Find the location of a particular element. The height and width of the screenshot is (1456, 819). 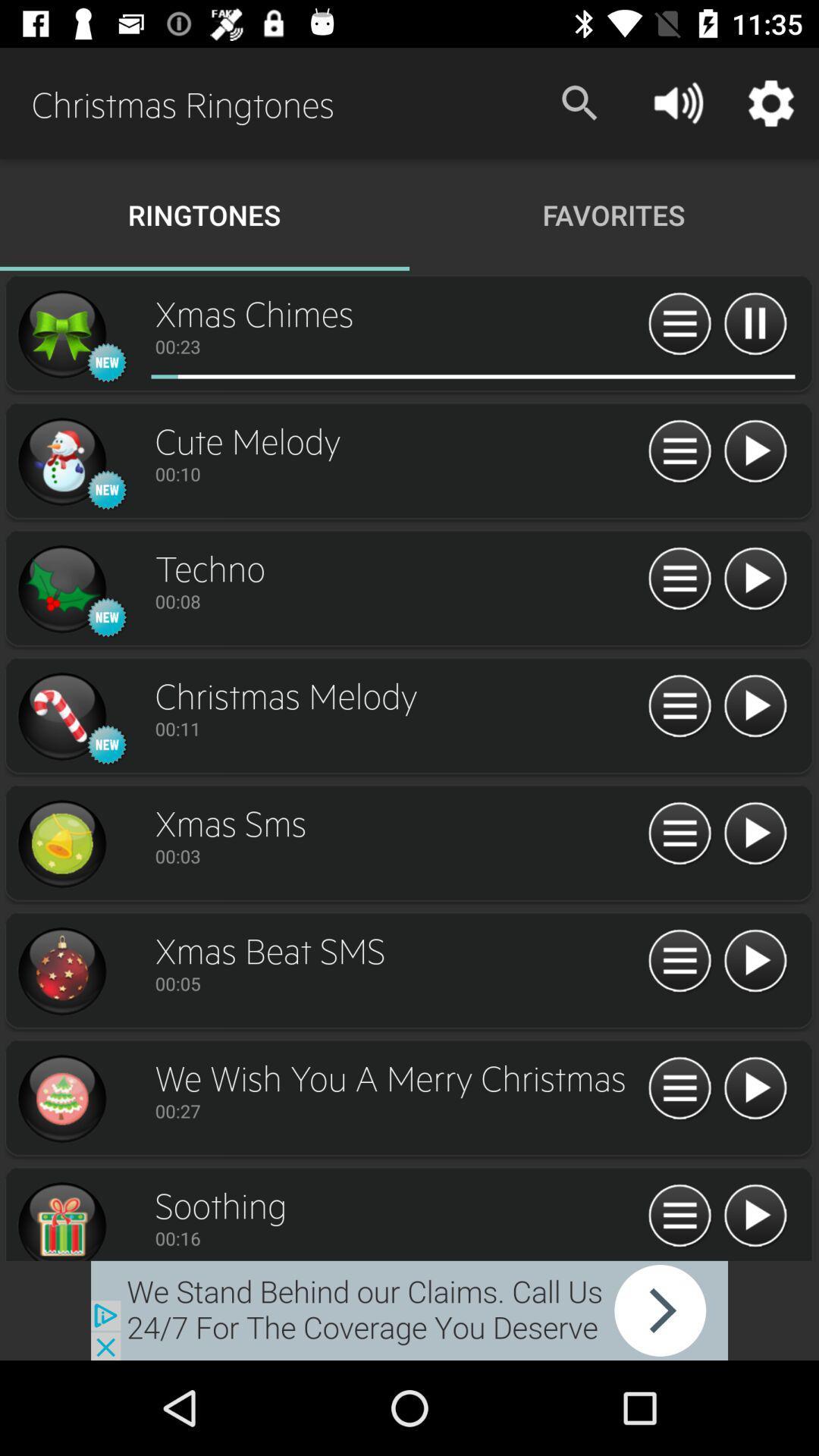

restart ringtone is located at coordinates (679, 1088).